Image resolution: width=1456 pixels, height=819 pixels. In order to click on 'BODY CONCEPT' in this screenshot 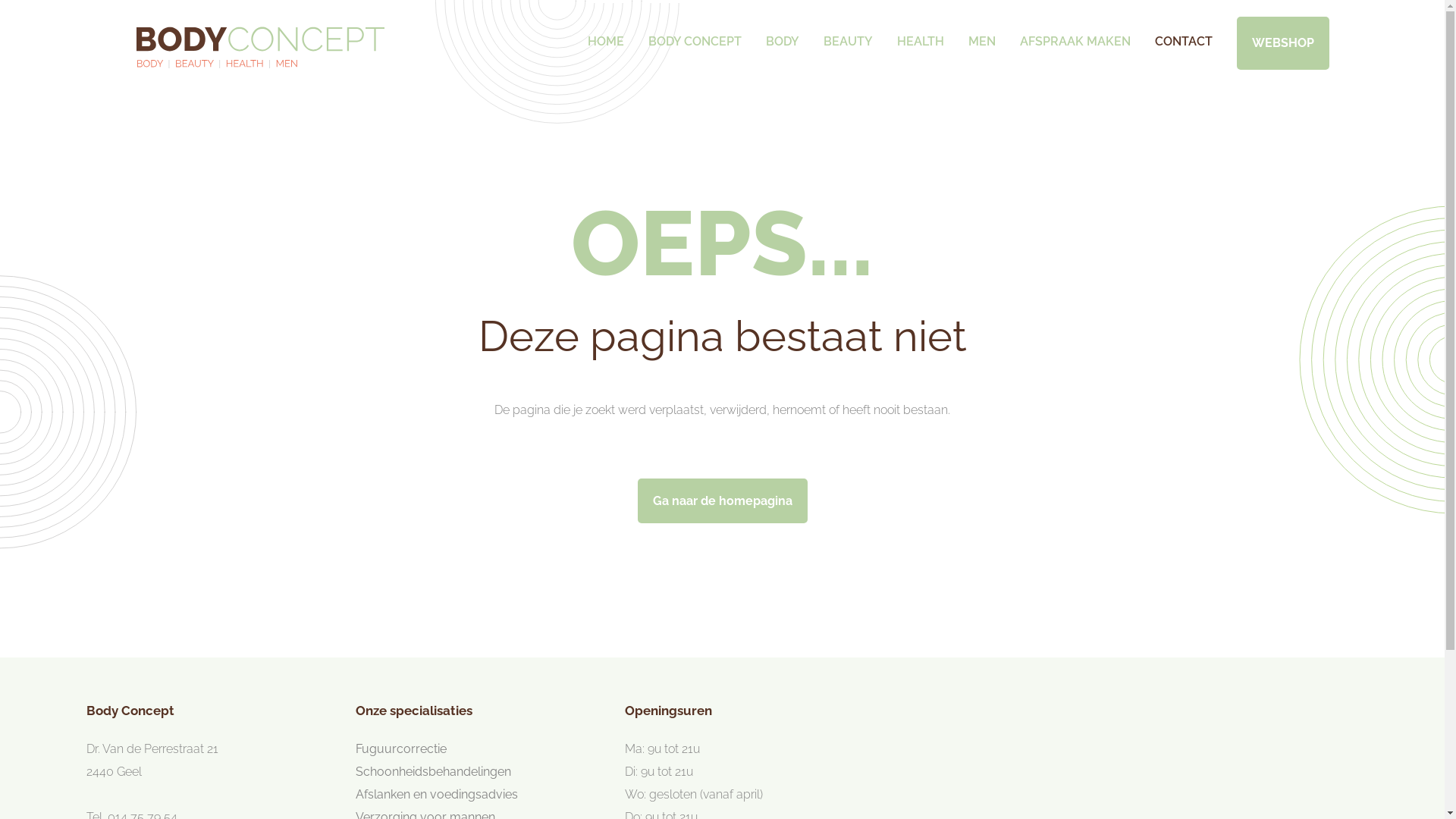, I will do `click(693, 33)`.